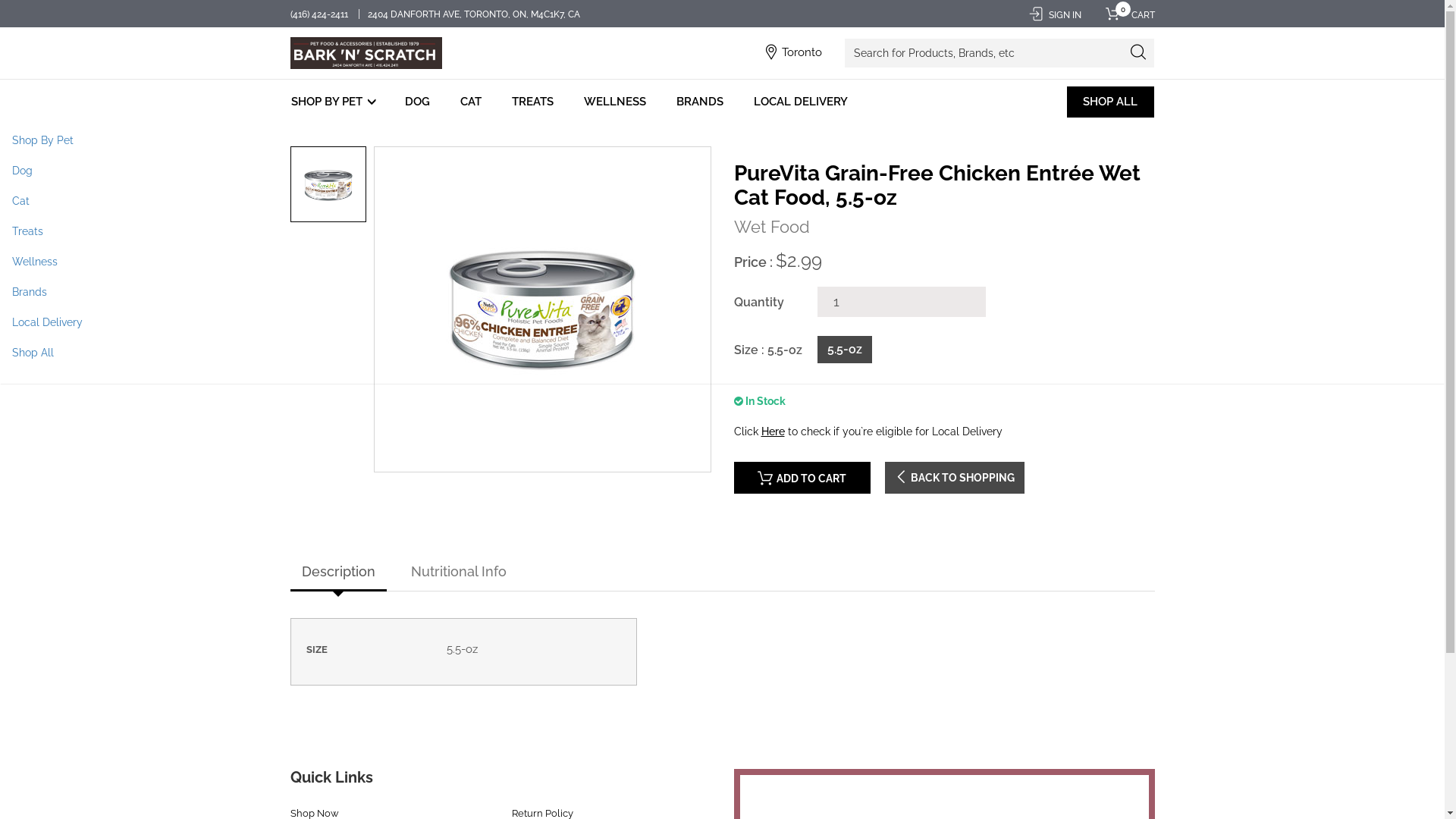  Describe the element at coordinates (698, 102) in the screenshot. I see `'BRANDS'` at that location.